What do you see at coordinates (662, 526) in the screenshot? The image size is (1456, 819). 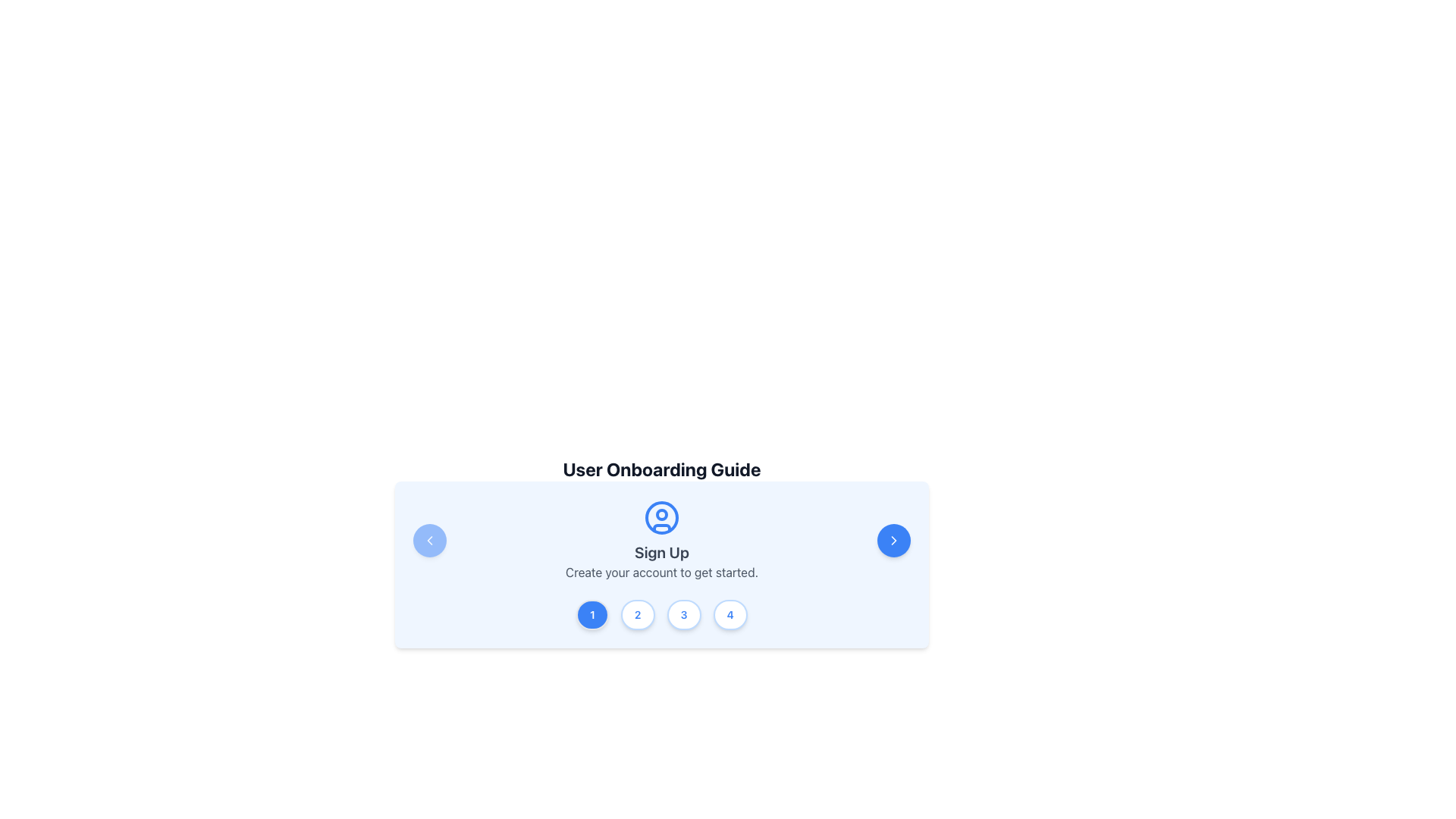 I see `the curved line at the bottom part of the user silhouette icon located at the center of the onboarding guide panel` at bounding box center [662, 526].